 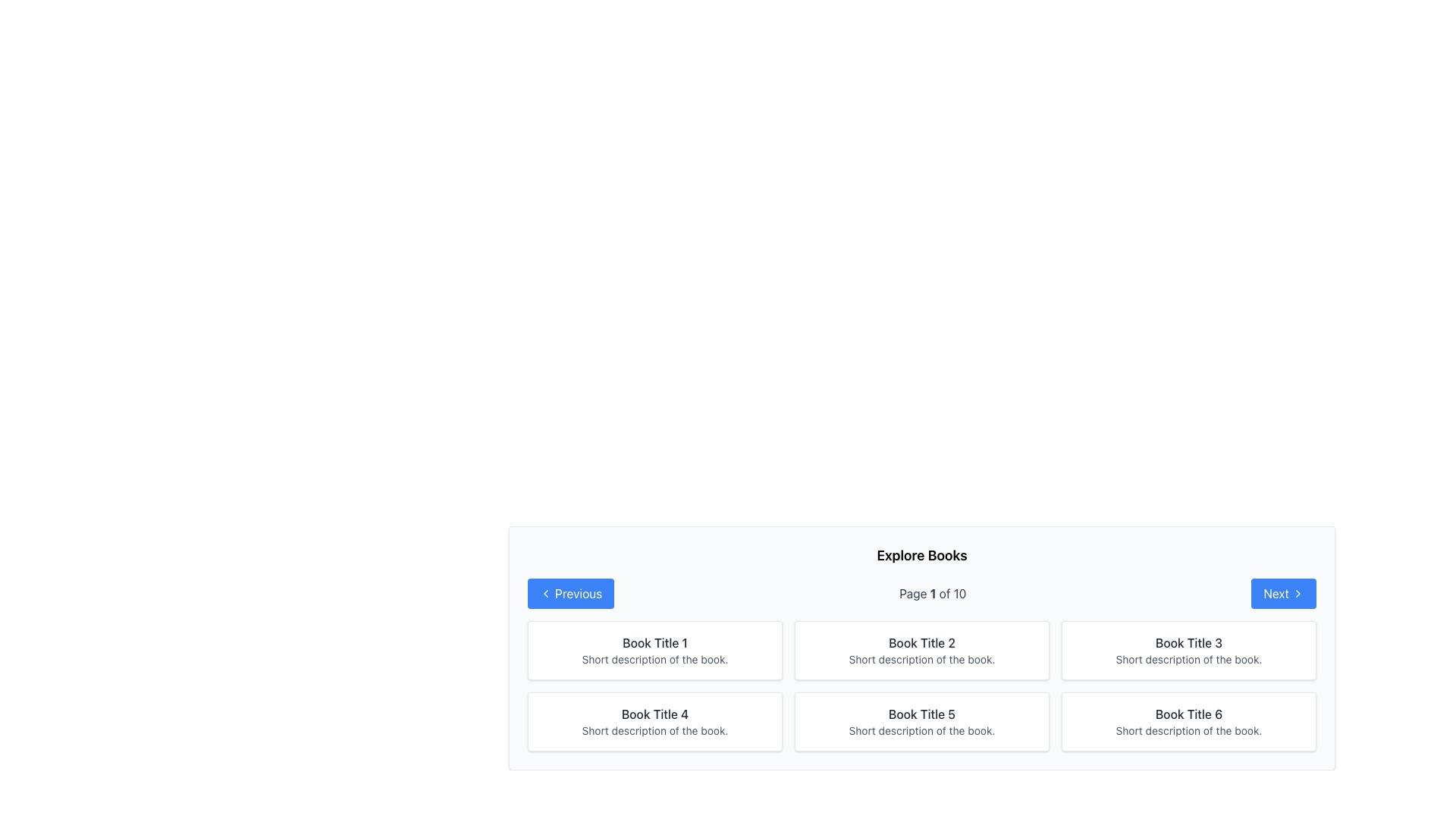 What do you see at coordinates (1188, 659) in the screenshot?
I see `the text label displaying 'Short description of the book.' which is located underneath the book title 'Book Title 3' in the 'Explore Books' UI section` at bounding box center [1188, 659].